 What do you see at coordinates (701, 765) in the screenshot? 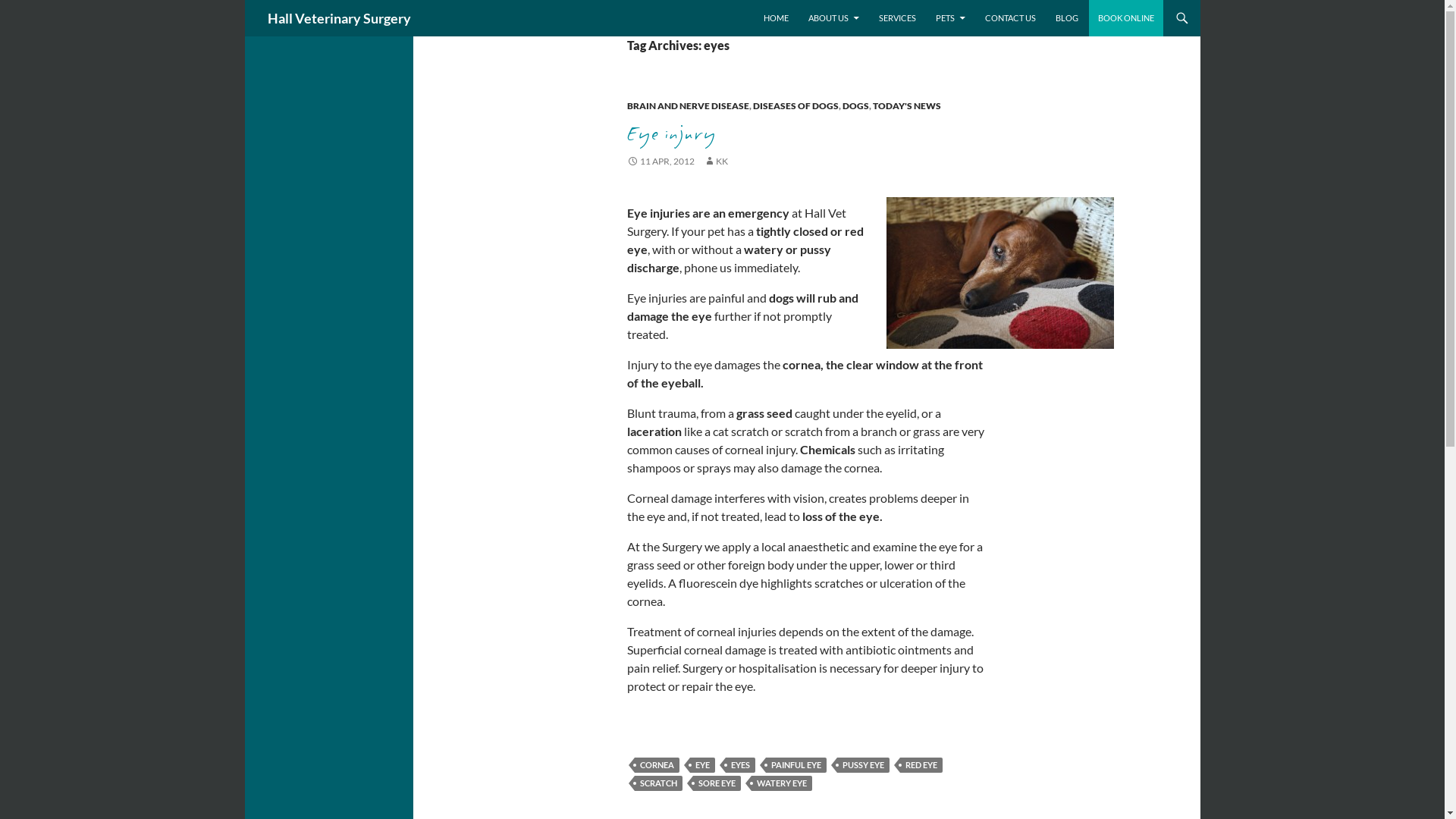
I see `'EYE'` at bounding box center [701, 765].